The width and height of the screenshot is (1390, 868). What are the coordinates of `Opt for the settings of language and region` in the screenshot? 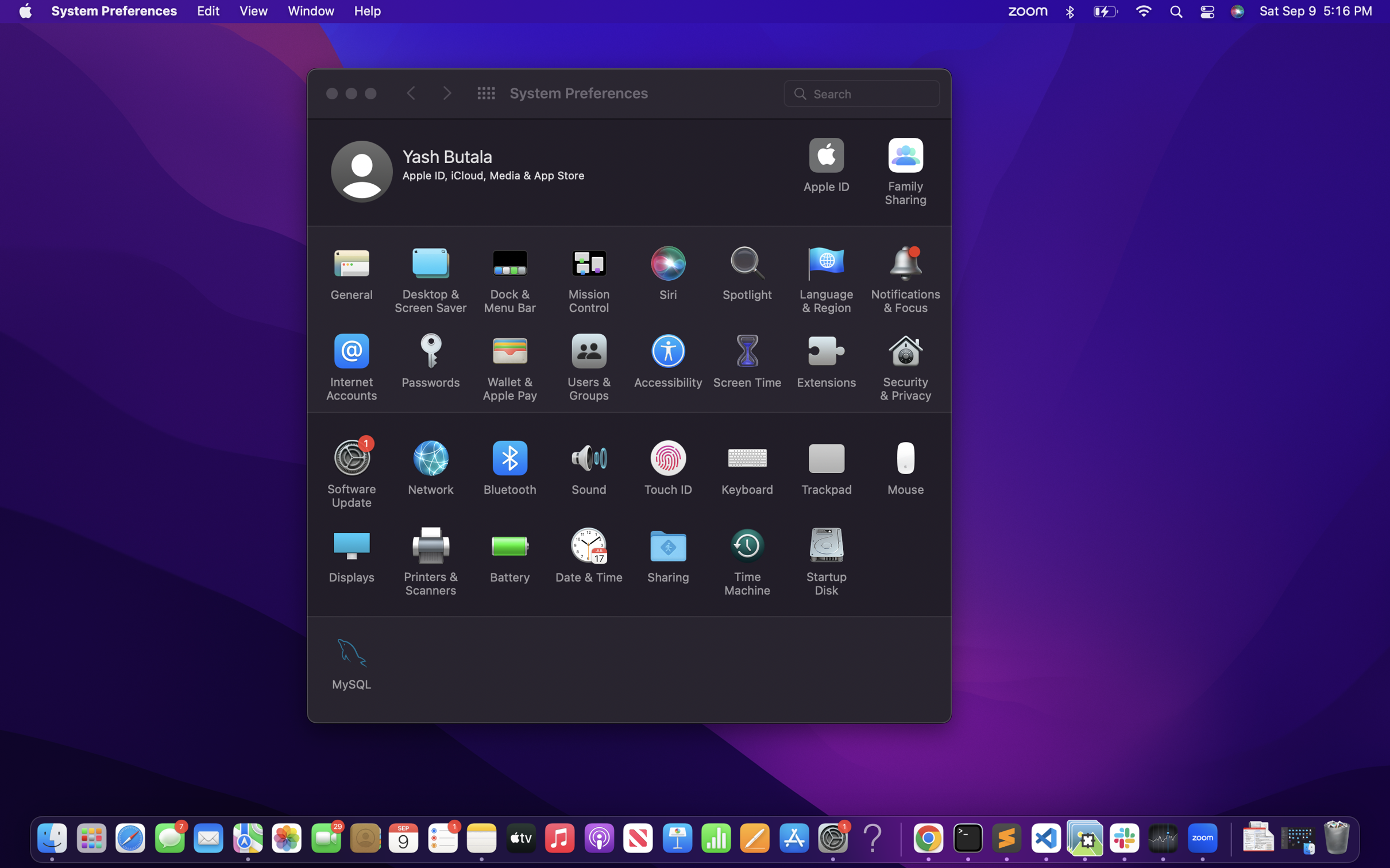 It's located at (827, 280).